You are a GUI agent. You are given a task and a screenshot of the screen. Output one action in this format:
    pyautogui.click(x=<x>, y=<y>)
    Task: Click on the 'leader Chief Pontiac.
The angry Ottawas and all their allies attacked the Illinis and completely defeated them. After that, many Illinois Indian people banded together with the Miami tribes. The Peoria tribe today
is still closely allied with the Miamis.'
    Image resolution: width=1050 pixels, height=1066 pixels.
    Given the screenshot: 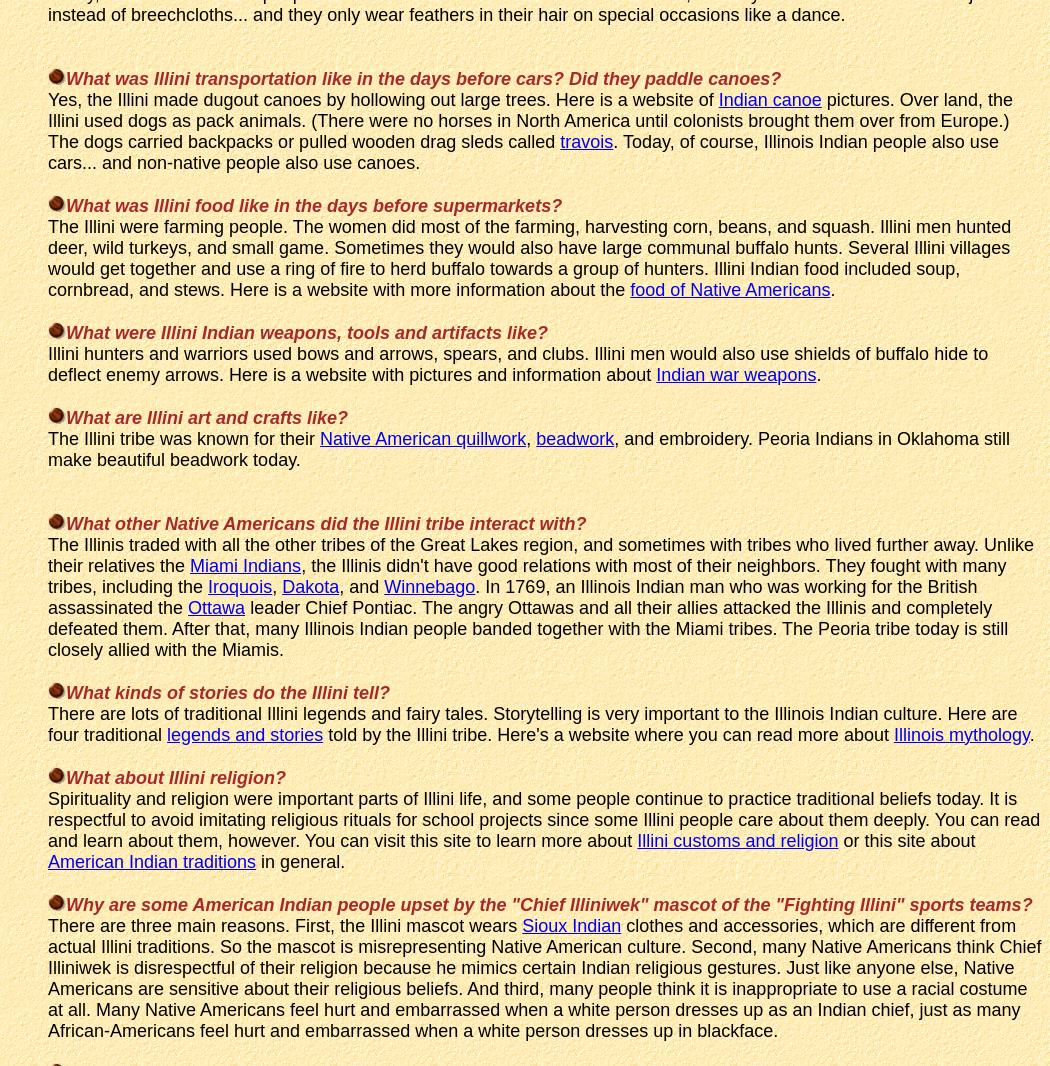 What is the action you would take?
    pyautogui.click(x=46, y=626)
    